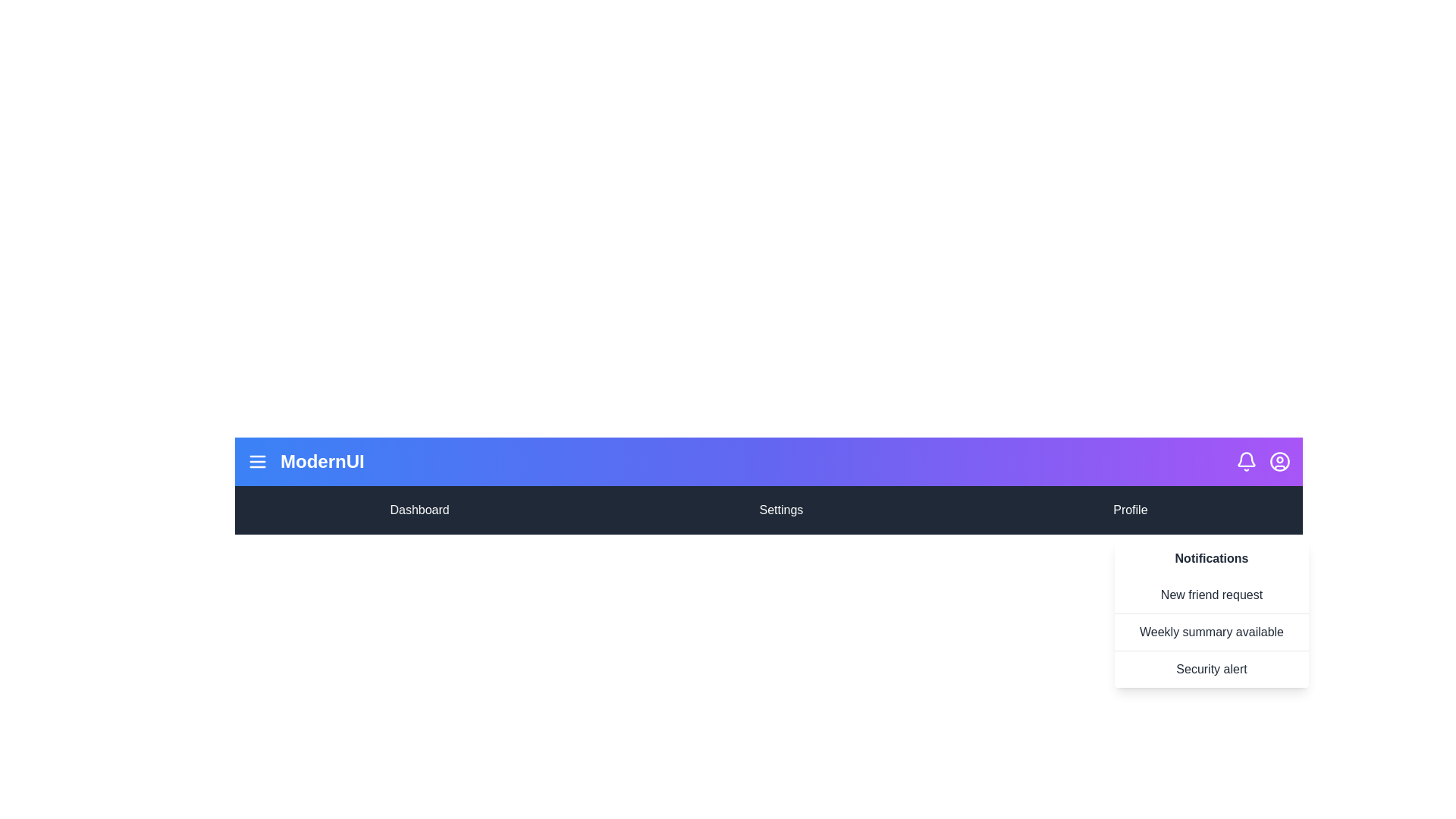 The height and width of the screenshot is (819, 1456). I want to click on the menu item Profile to select it, so click(1130, 510).